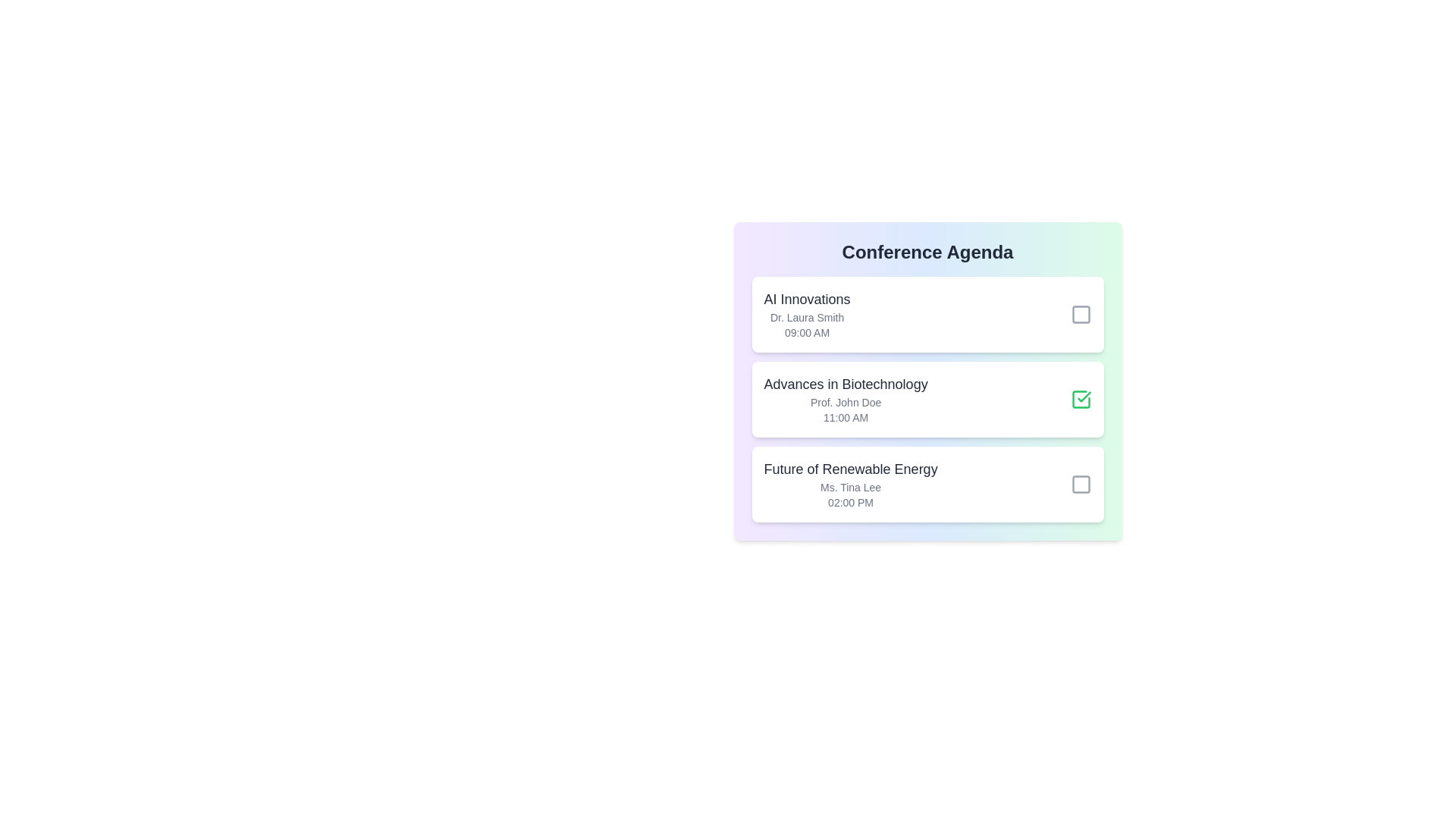  I want to click on the checkbox for the session 'AI Innovations' to toggle its selection state, so click(1080, 314).